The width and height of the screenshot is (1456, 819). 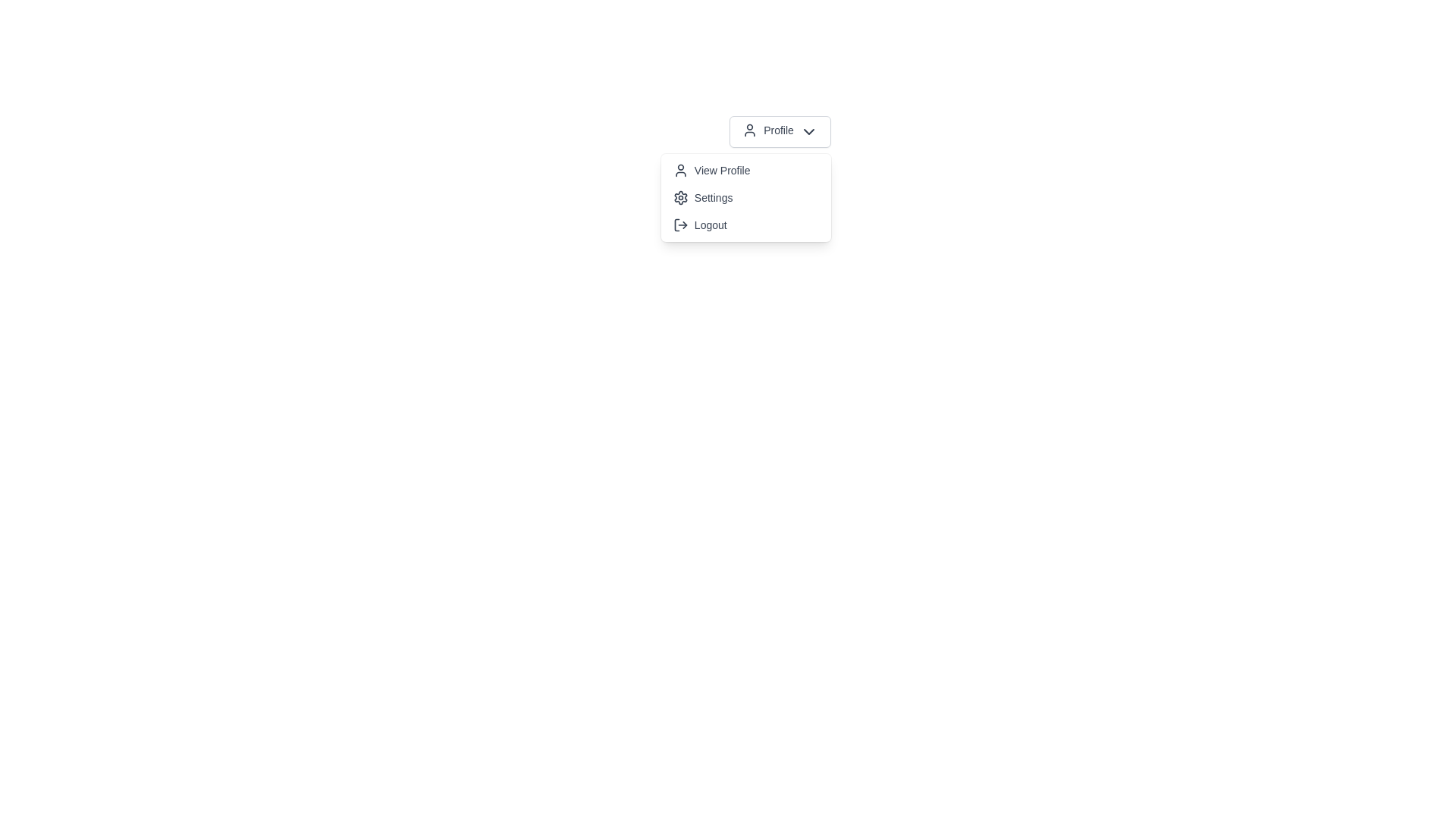 What do you see at coordinates (750, 130) in the screenshot?
I see `the profile icon located to the left of the 'Profile' text, which provides access to user account-related functionalities` at bounding box center [750, 130].